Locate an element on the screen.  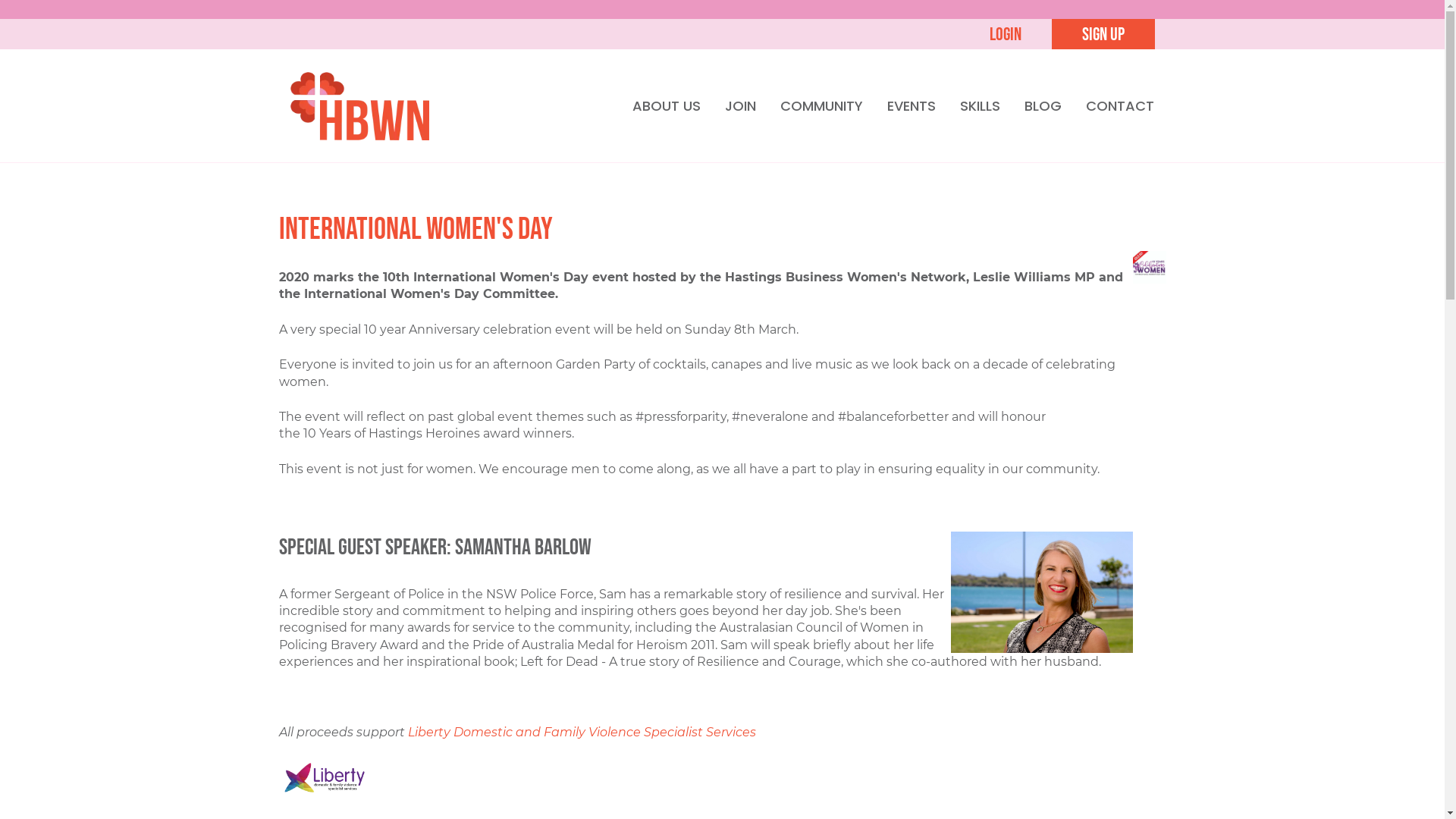
'LOGIN' is located at coordinates (1004, 34).